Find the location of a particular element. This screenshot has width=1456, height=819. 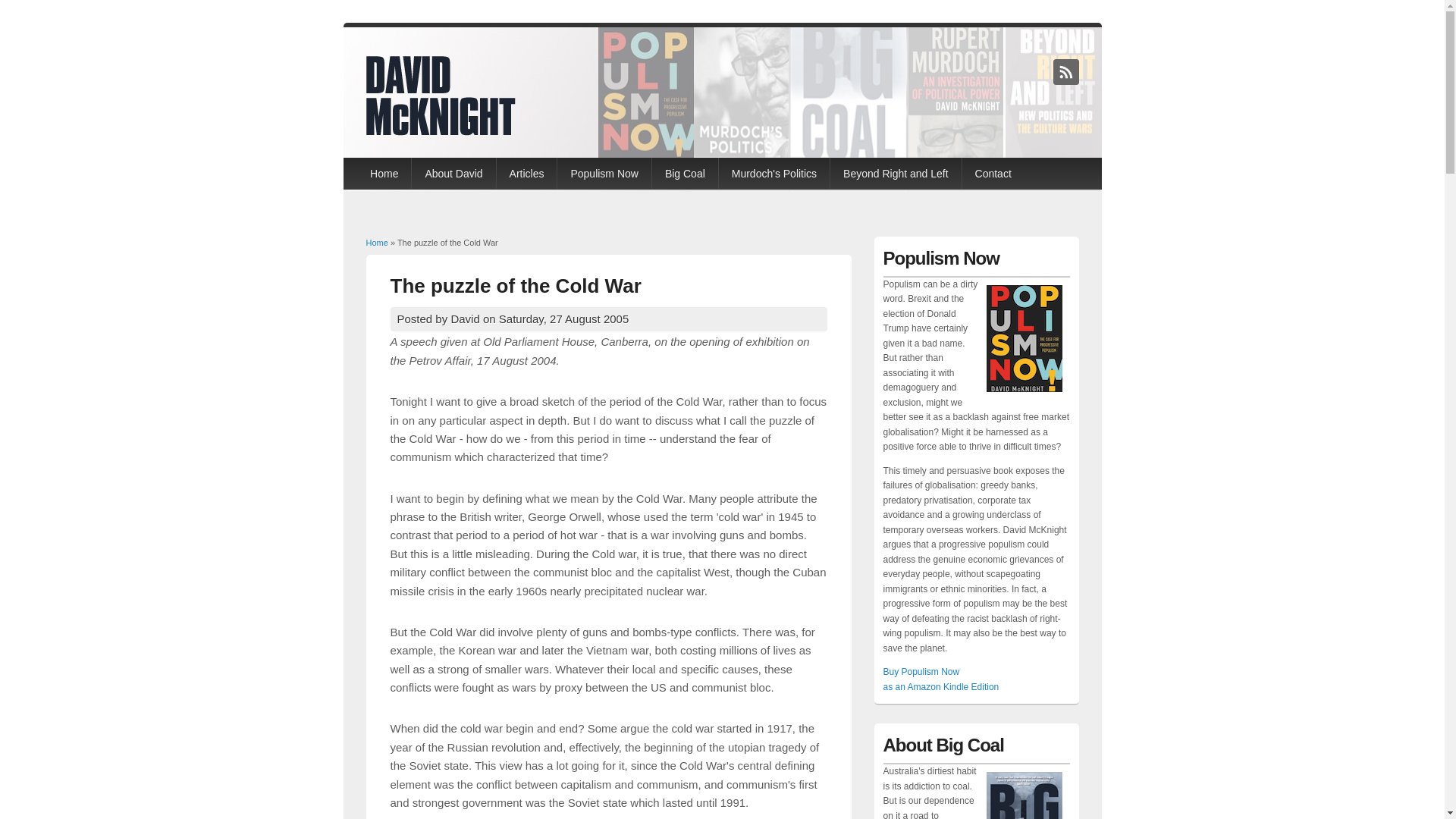

'Murdoch's Politics' is located at coordinates (774, 172).